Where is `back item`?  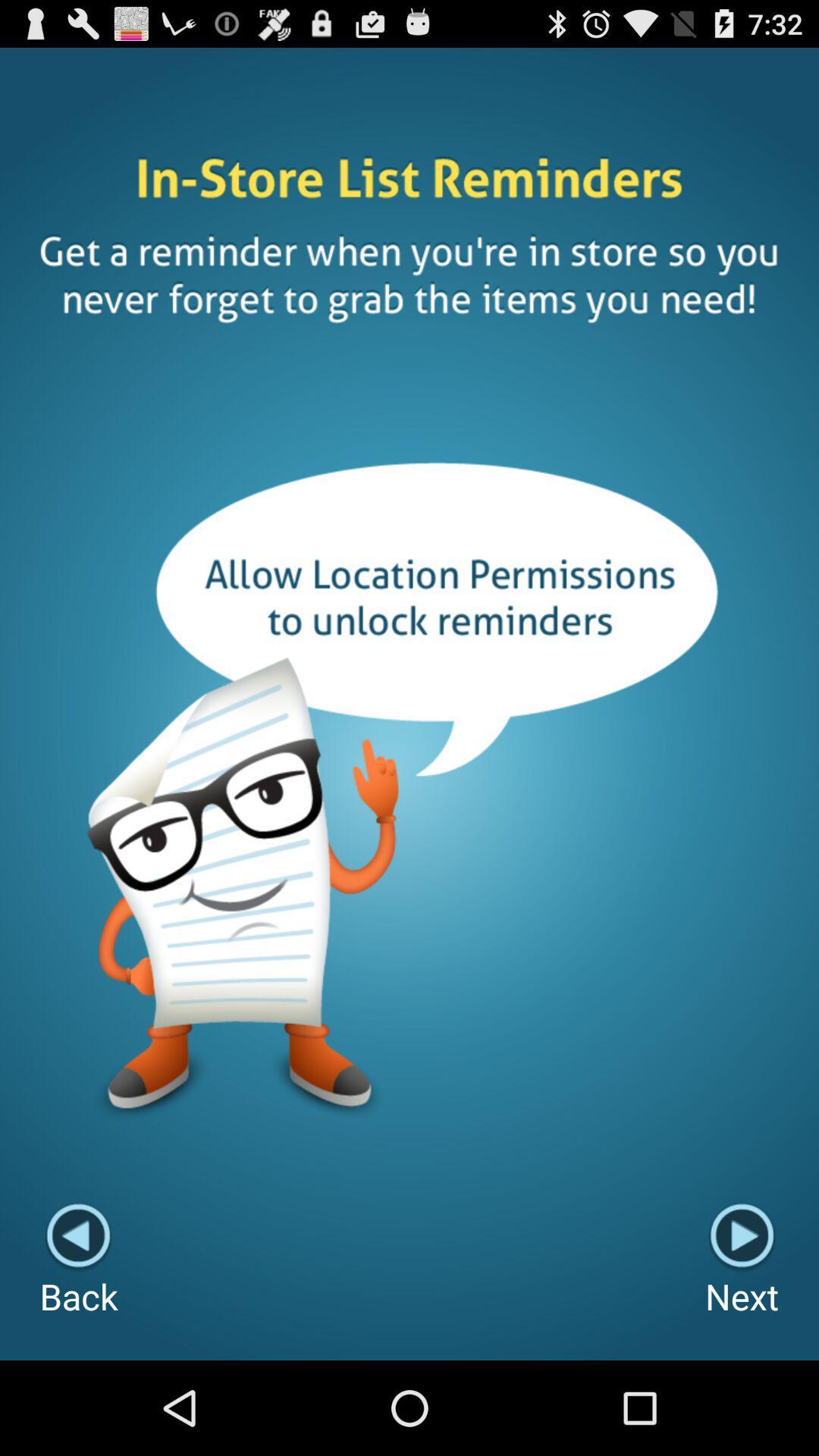 back item is located at coordinates (79, 1261).